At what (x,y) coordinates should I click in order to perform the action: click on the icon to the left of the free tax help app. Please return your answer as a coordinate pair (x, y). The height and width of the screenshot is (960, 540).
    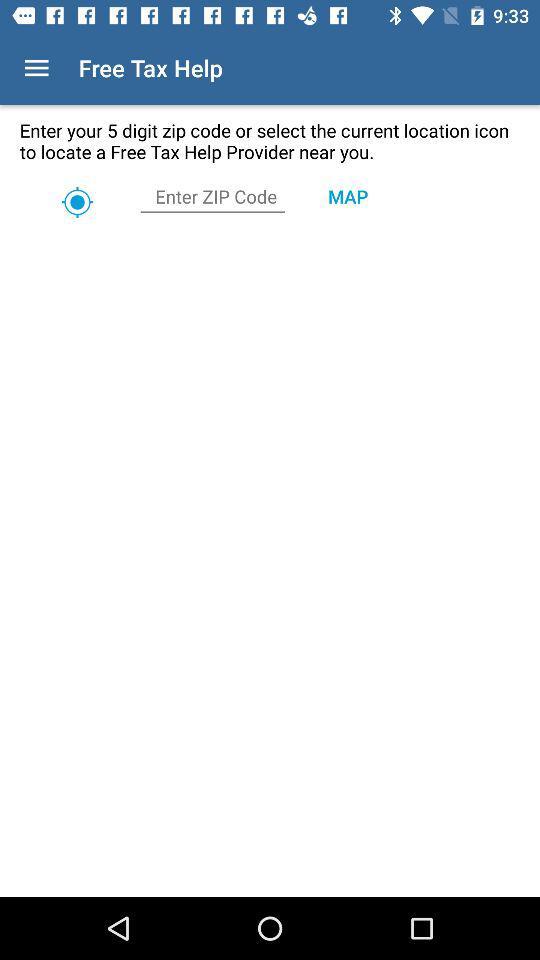
    Looking at the image, I should click on (36, 68).